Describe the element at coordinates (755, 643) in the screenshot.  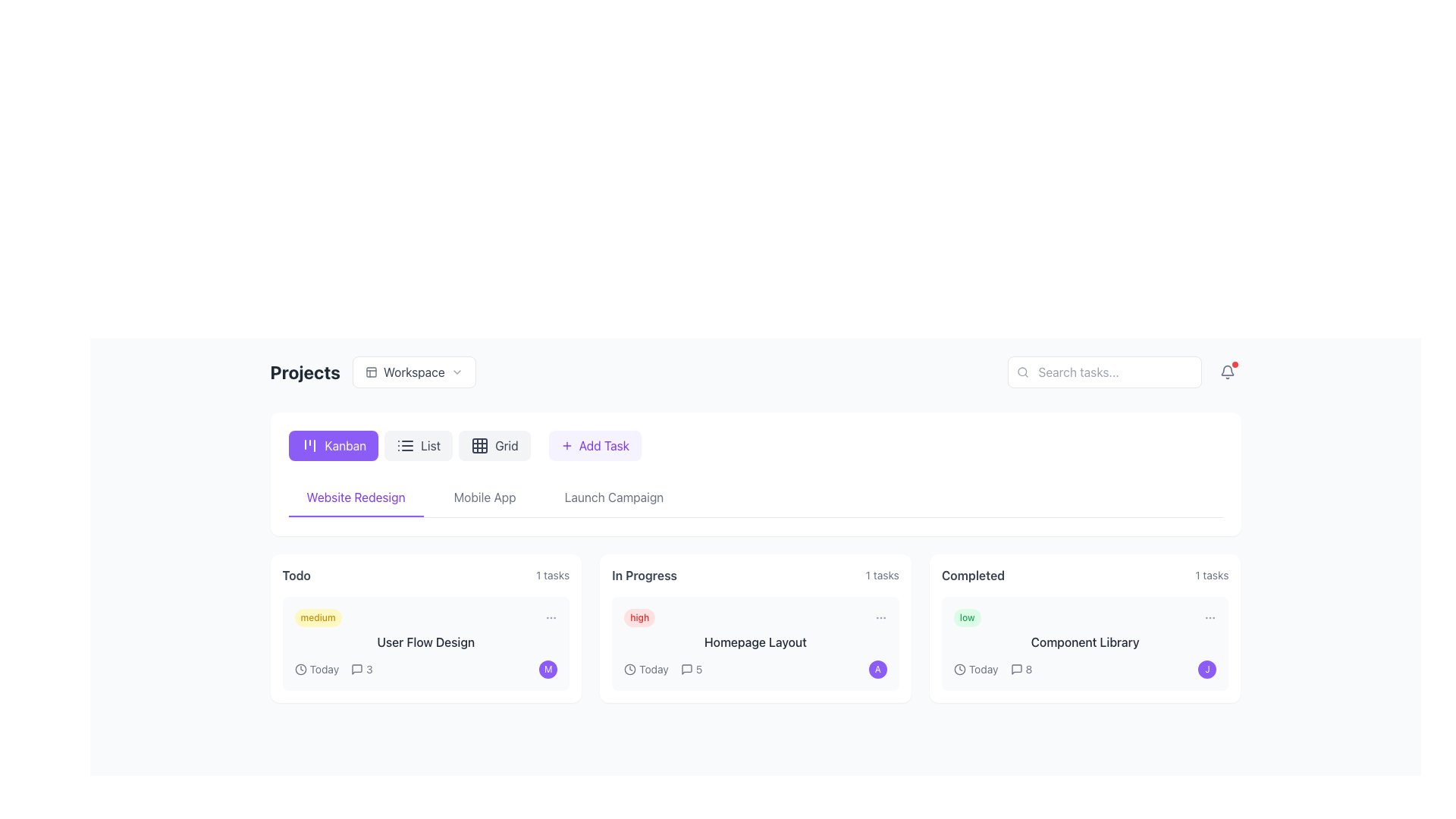
I see `the 'Homepage Layout' task card located in the 'In Progress' column of the Kanban board` at that location.